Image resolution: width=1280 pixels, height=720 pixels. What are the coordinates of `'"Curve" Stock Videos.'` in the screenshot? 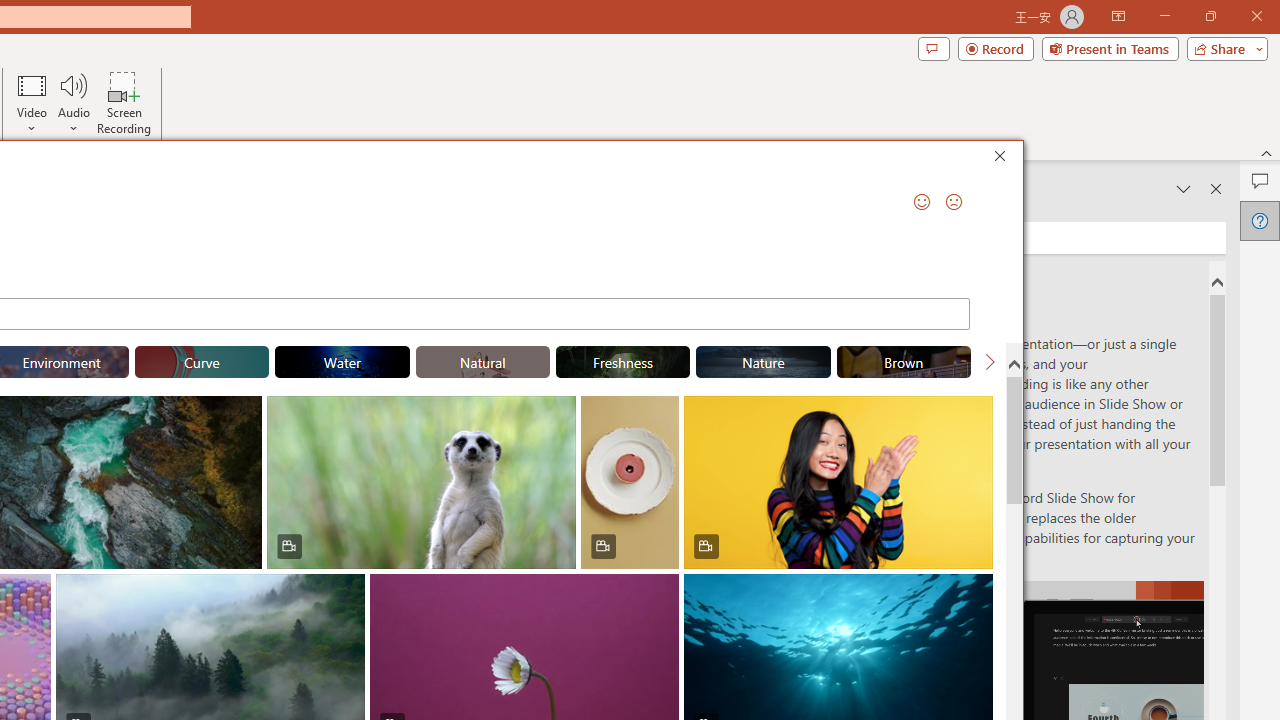 It's located at (201, 362).